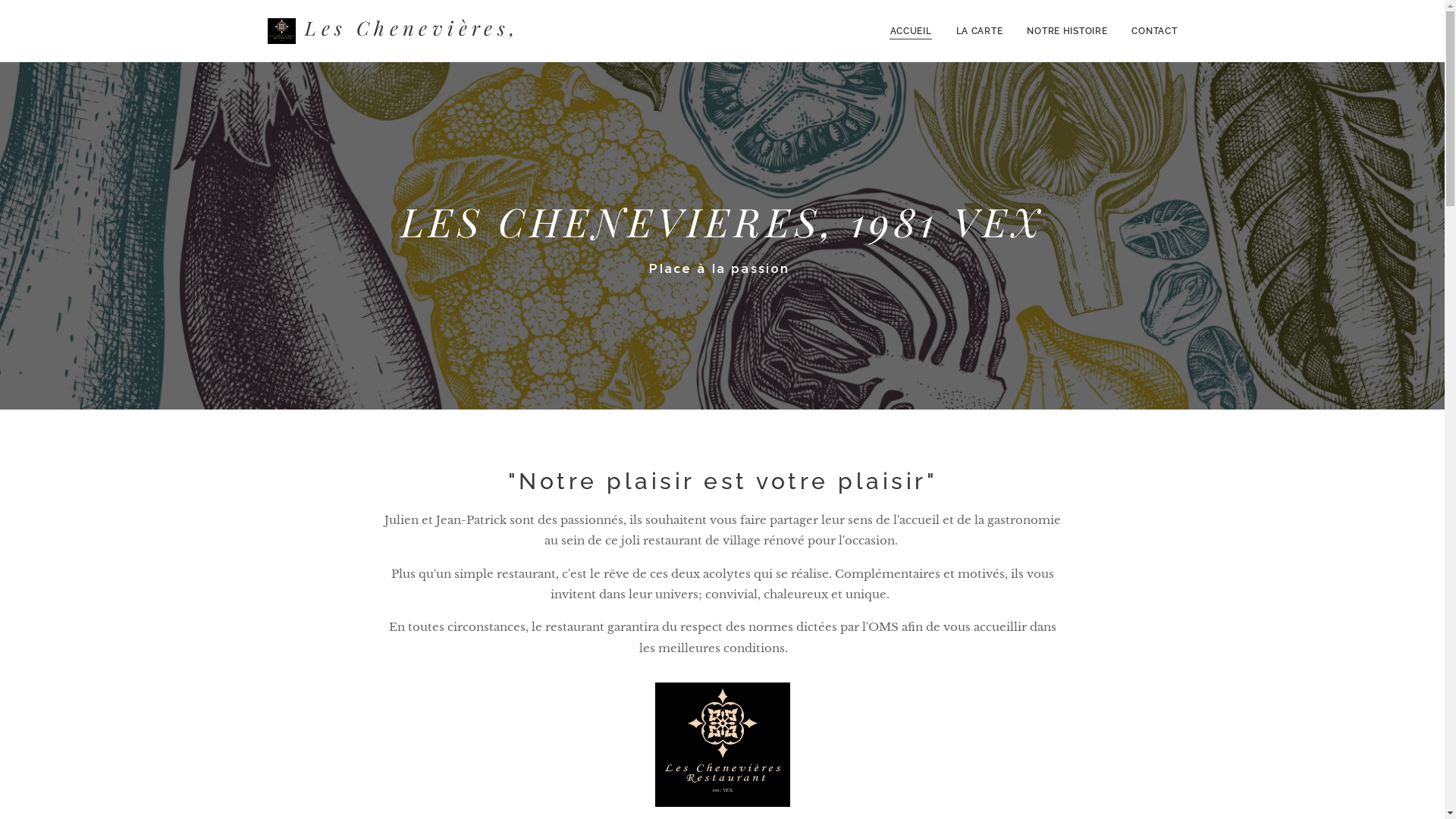 Image resolution: width=1456 pixels, height=819 pixels. What do you see at coordinates (1147, 31) in the screenshot?
I see `'CONTACT'` at bounding box center [1147, 31].